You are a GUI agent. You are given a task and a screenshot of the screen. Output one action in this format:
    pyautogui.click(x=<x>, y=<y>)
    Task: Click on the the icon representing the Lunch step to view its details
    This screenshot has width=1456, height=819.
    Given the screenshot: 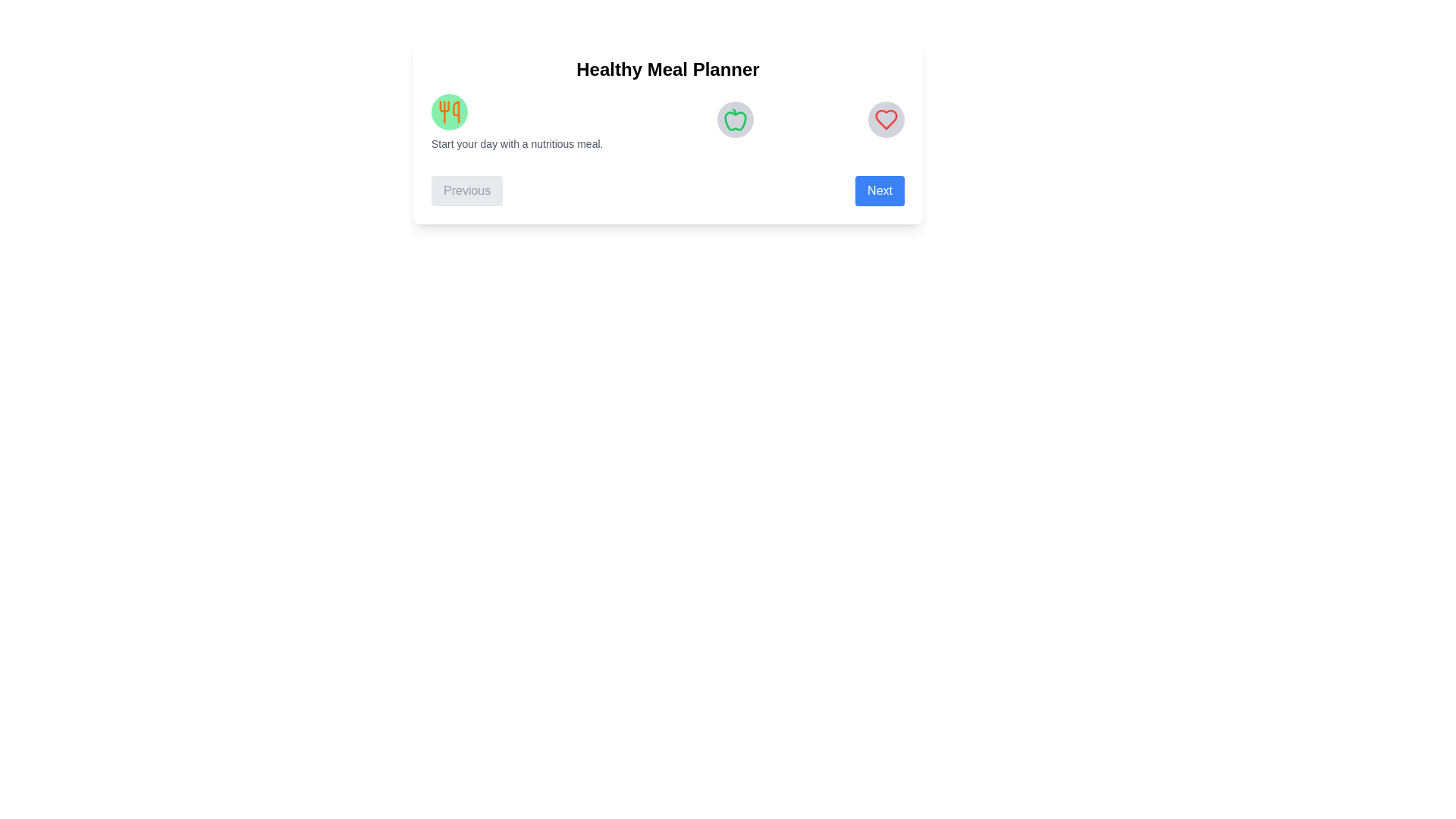 What is the action you would take?
    pyautogui.click(x=735, y=119)
    